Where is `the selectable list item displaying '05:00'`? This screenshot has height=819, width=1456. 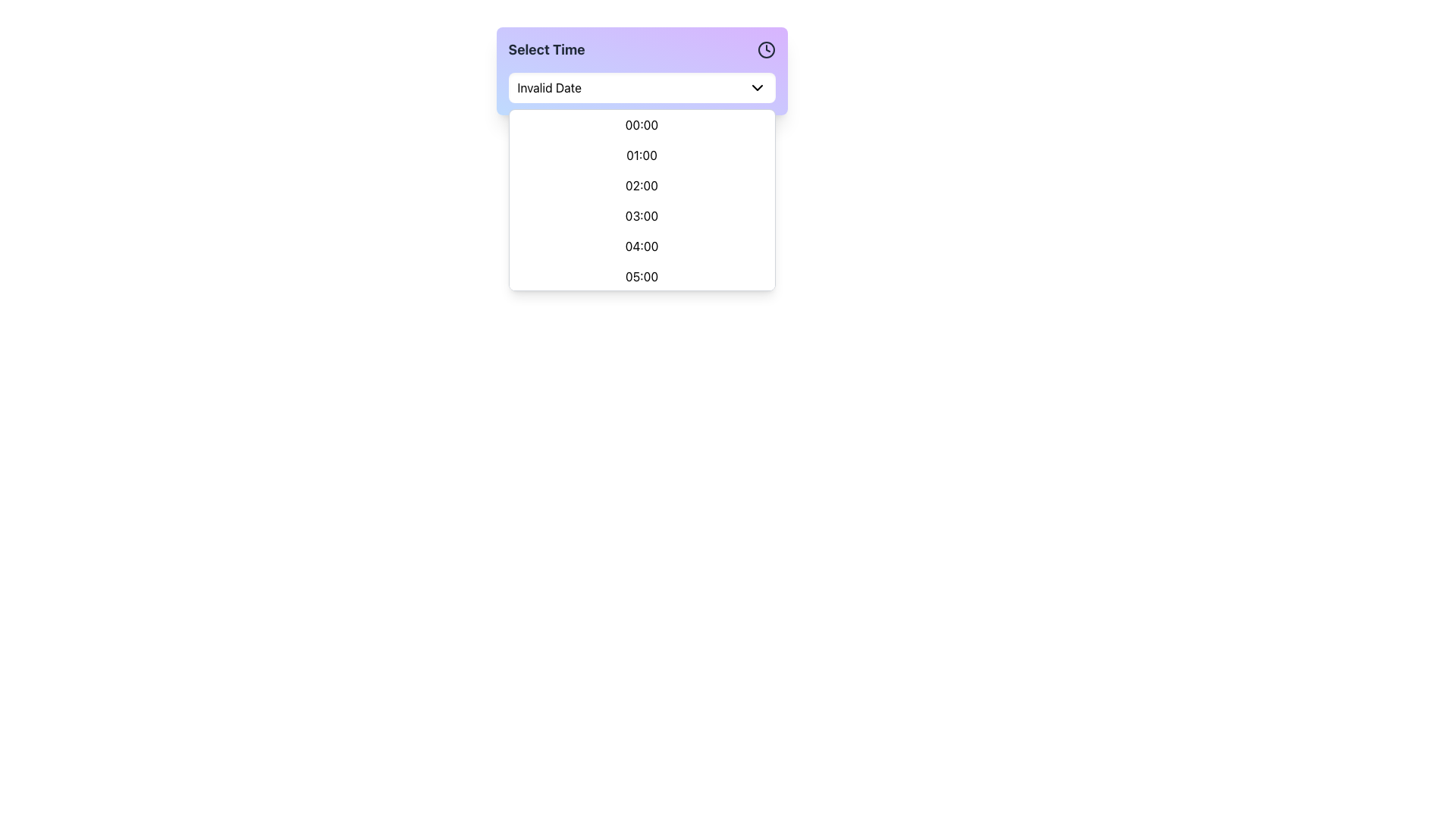 the selectable list item displaying '05:00' is located at coordinates (642, 277).